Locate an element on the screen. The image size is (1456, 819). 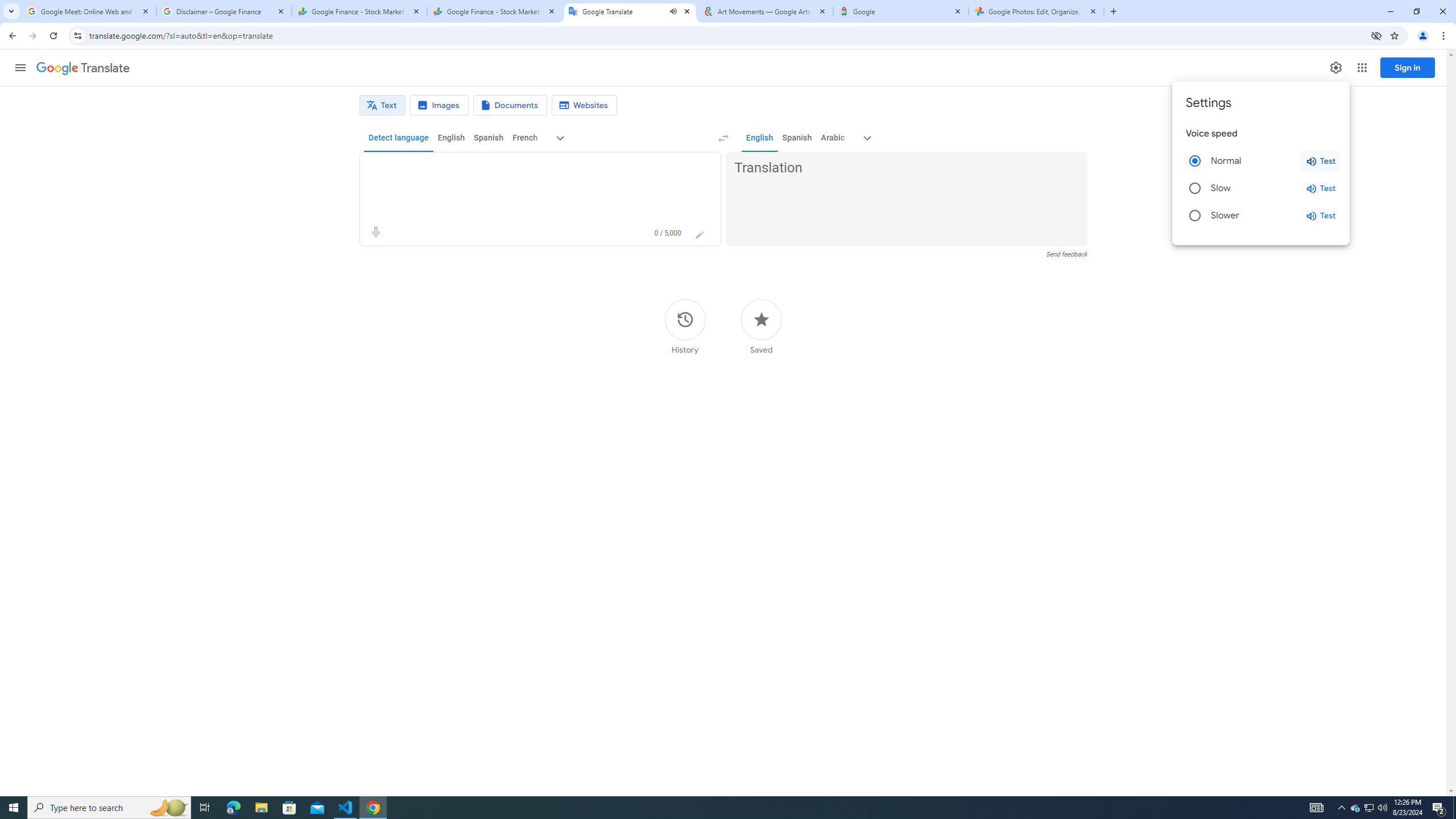
'Send feedback' is located at coordinates (1066, 254).